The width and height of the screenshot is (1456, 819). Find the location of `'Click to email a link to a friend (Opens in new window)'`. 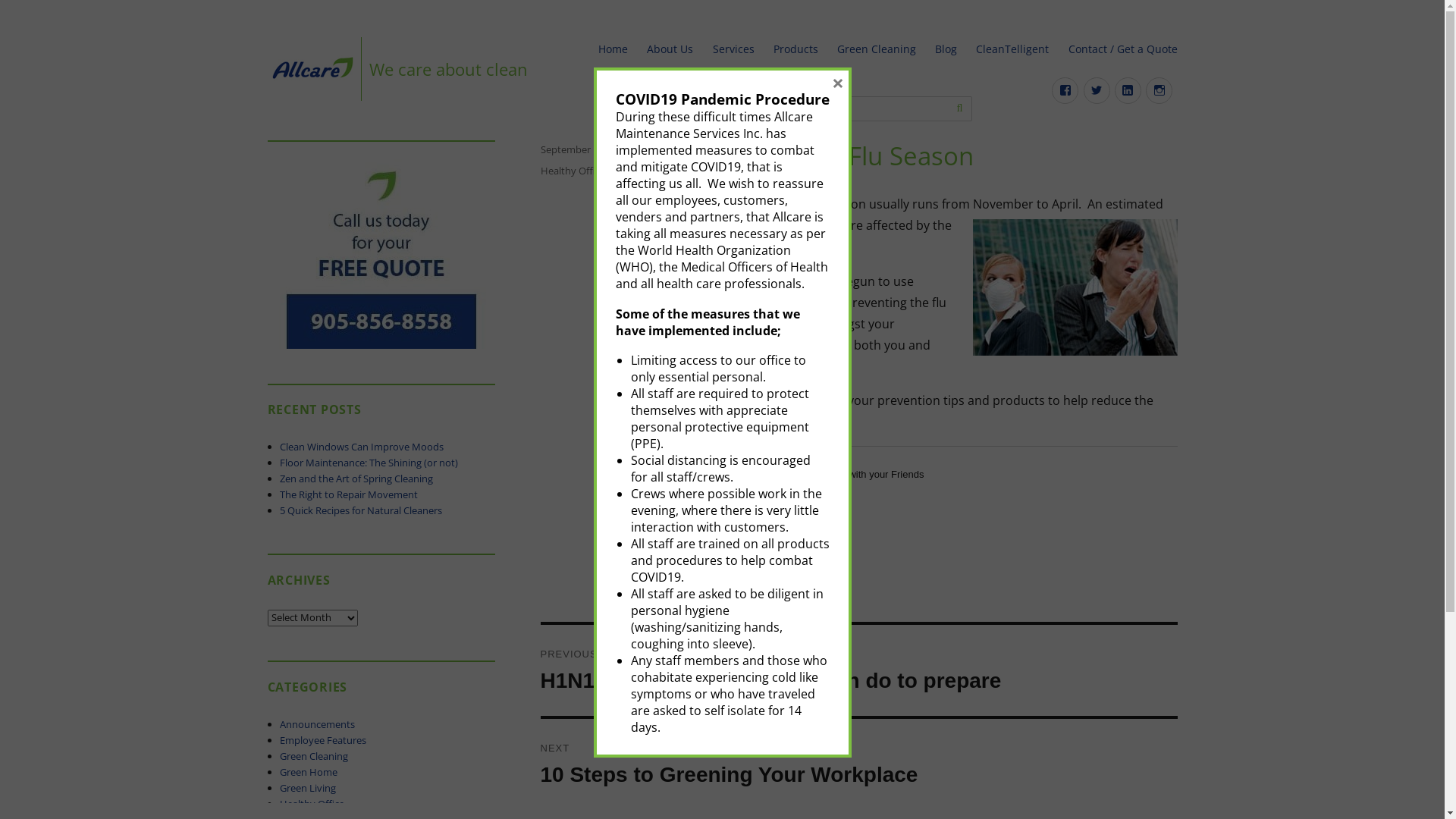

'Click to email a link to a friend (Opens in new window)' is located at coordinates (793, 502).